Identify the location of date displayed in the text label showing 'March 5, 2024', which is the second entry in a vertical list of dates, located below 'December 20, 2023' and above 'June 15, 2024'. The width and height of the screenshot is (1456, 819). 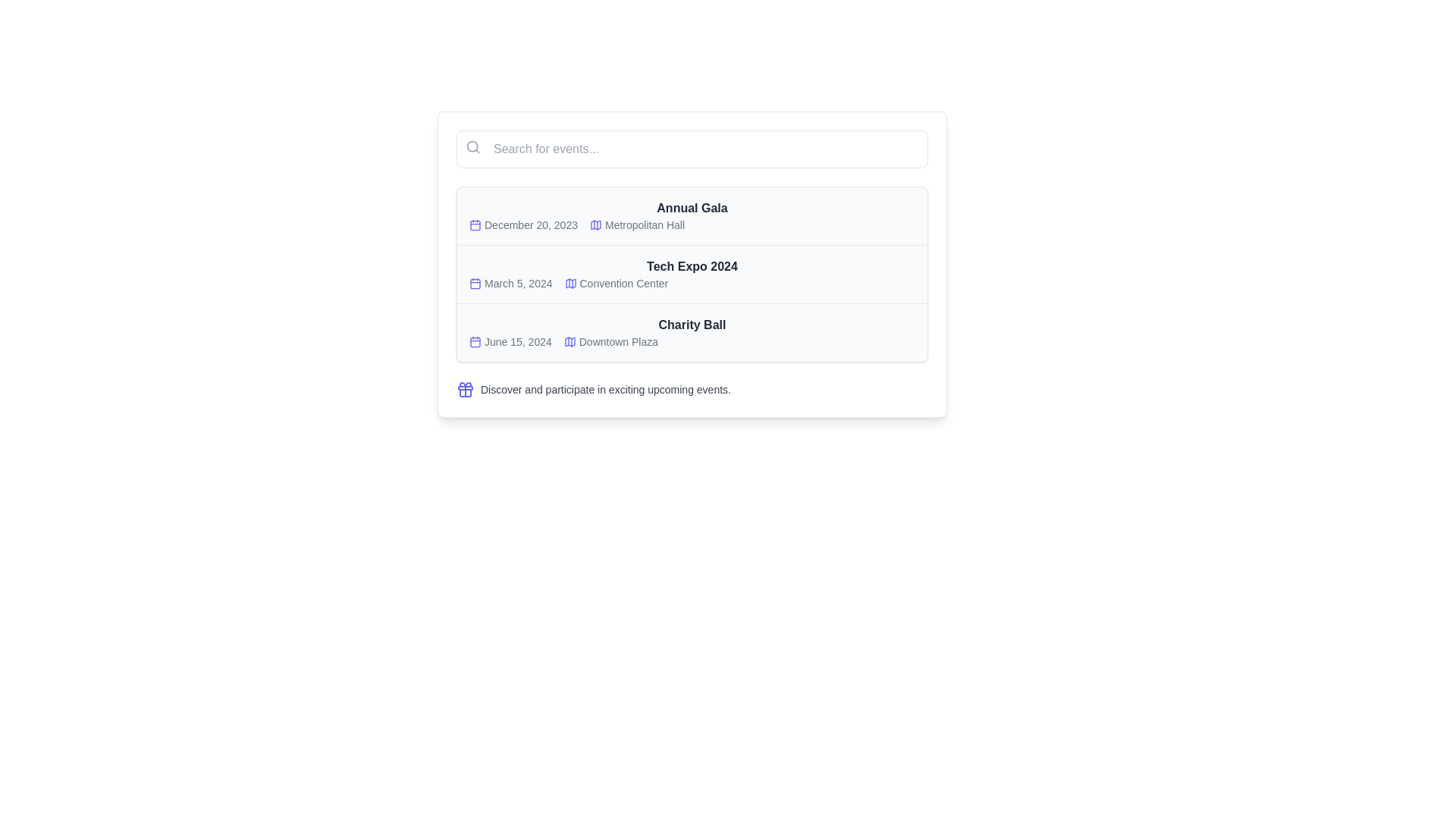
(518, 284).